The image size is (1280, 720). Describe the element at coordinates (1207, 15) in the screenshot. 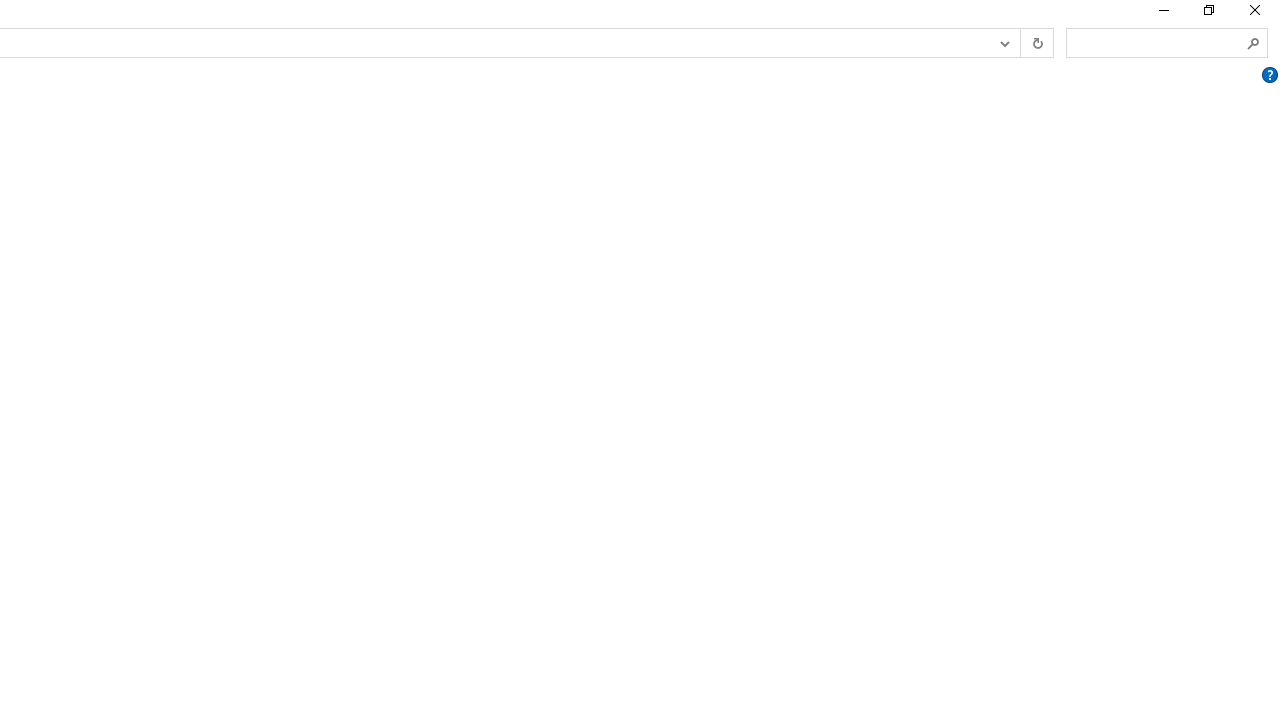

I see `'Restore'` at that location.